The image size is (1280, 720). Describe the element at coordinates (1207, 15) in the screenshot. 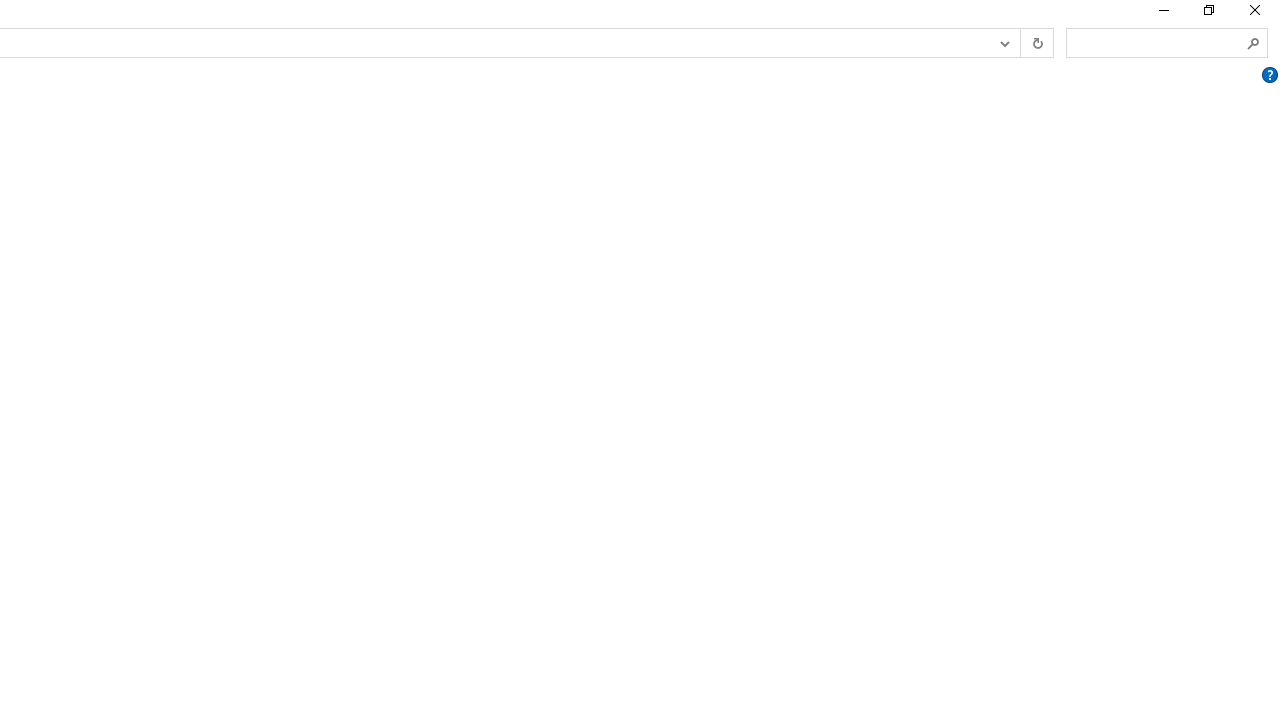

I see `'Restore'` at that location.